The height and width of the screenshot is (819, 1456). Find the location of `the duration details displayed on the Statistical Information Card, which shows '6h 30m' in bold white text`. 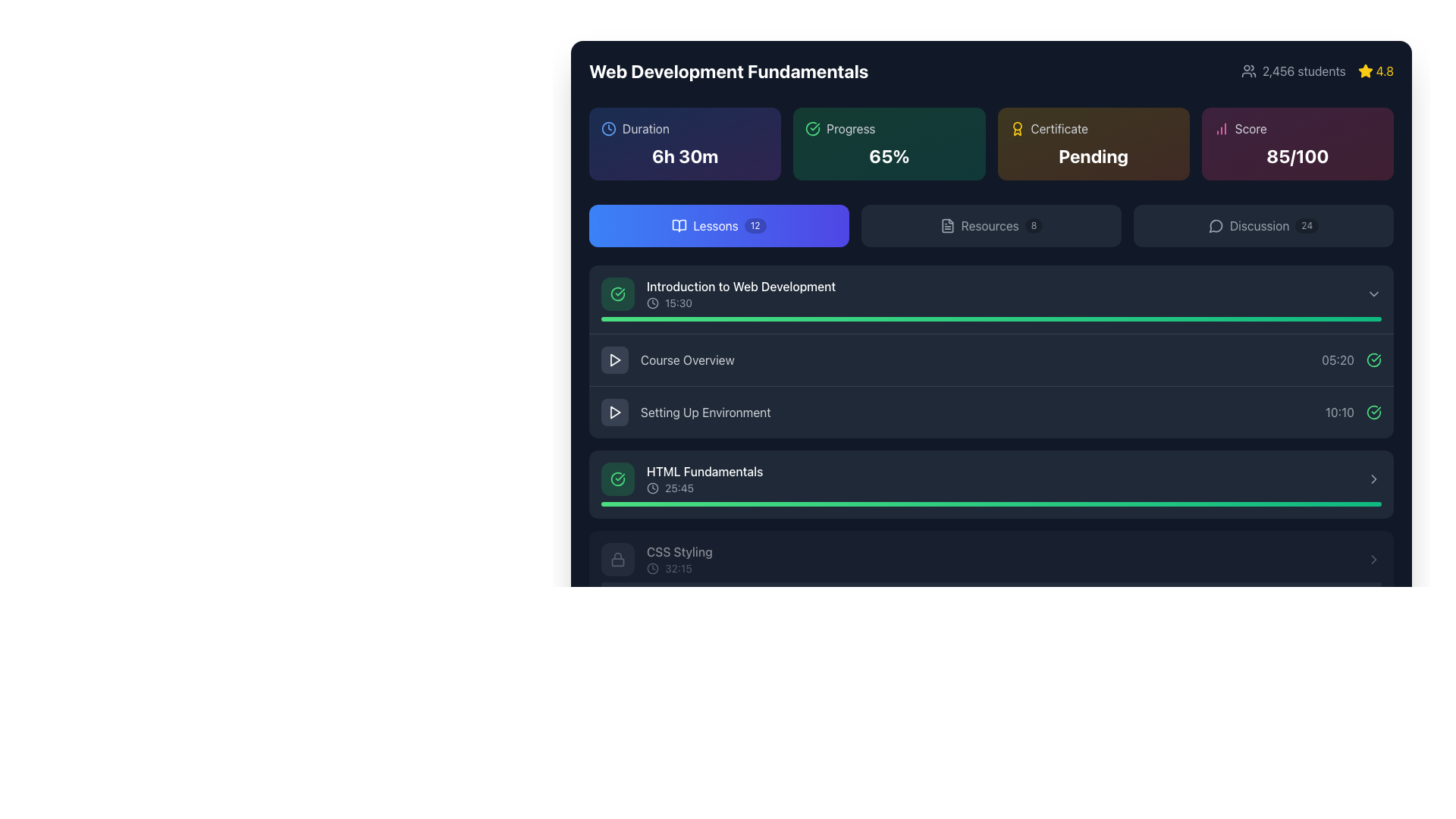

the duration details displayed on the Statistical Information Card, which shows '6h 30m' in bold white text is located at coordinates (684, 143).